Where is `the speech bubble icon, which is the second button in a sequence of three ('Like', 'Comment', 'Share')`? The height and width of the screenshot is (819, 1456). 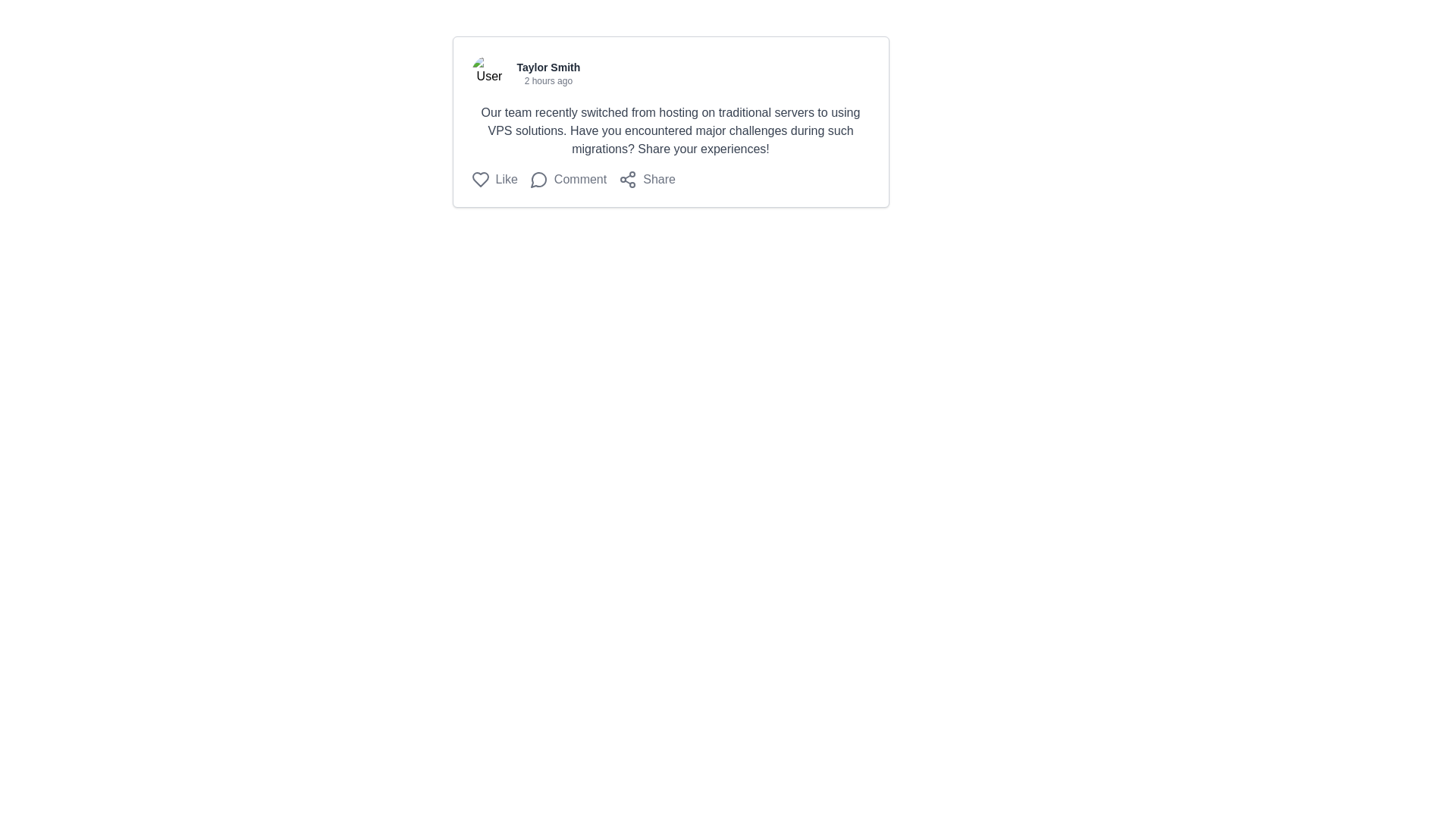 the speech bubble icon, which is the second button in a sequence of three ('Like', 'Comment', 'Share') is located at coordinates (567, 178).